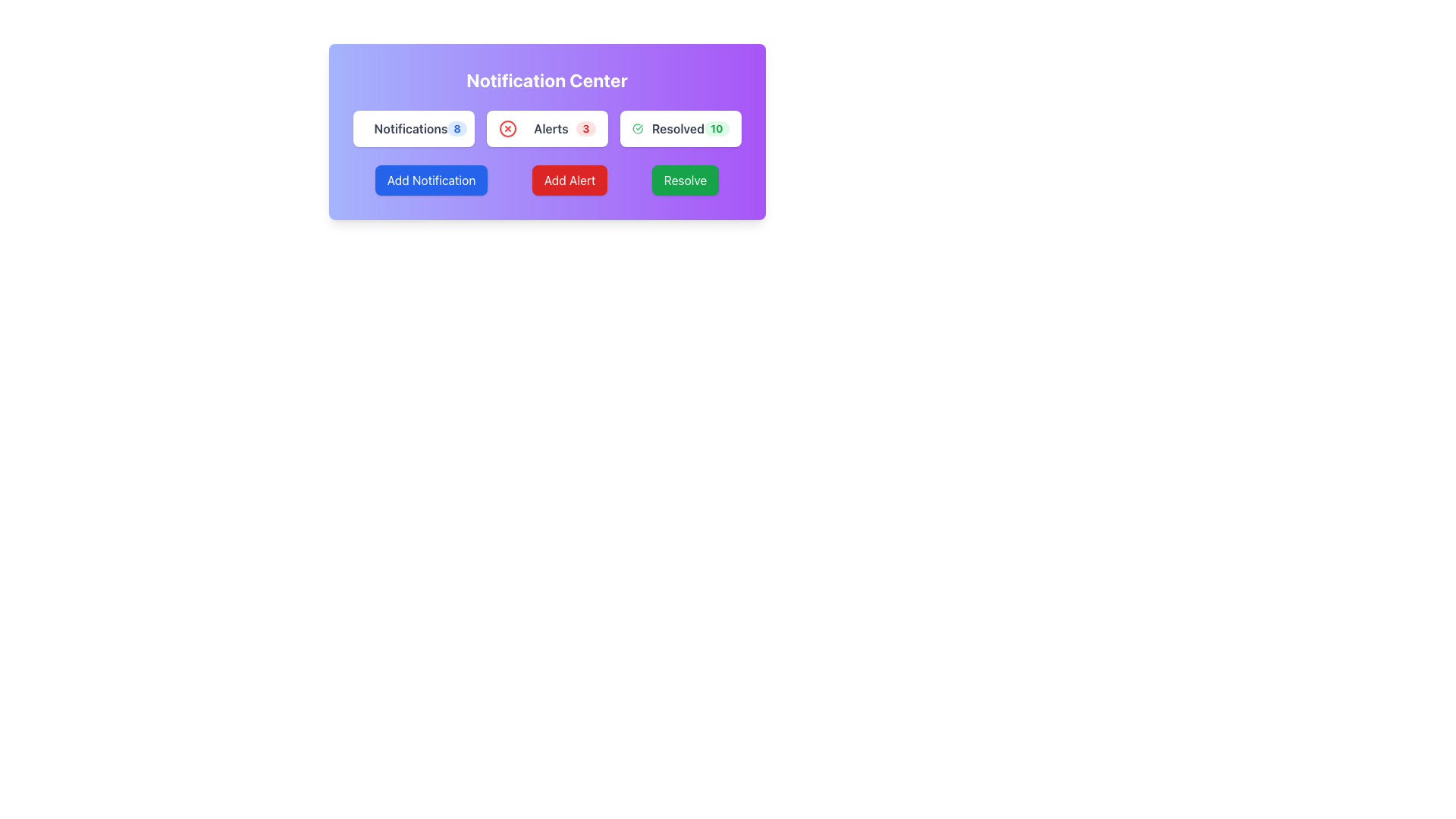 The width and height of the screenshot is (1456, 819). Describe the element at coordinates (431, 180) in the screenshot. I see `the first button on the left in the horizontal row of buttons below the 'Notification Center' header` at that location.